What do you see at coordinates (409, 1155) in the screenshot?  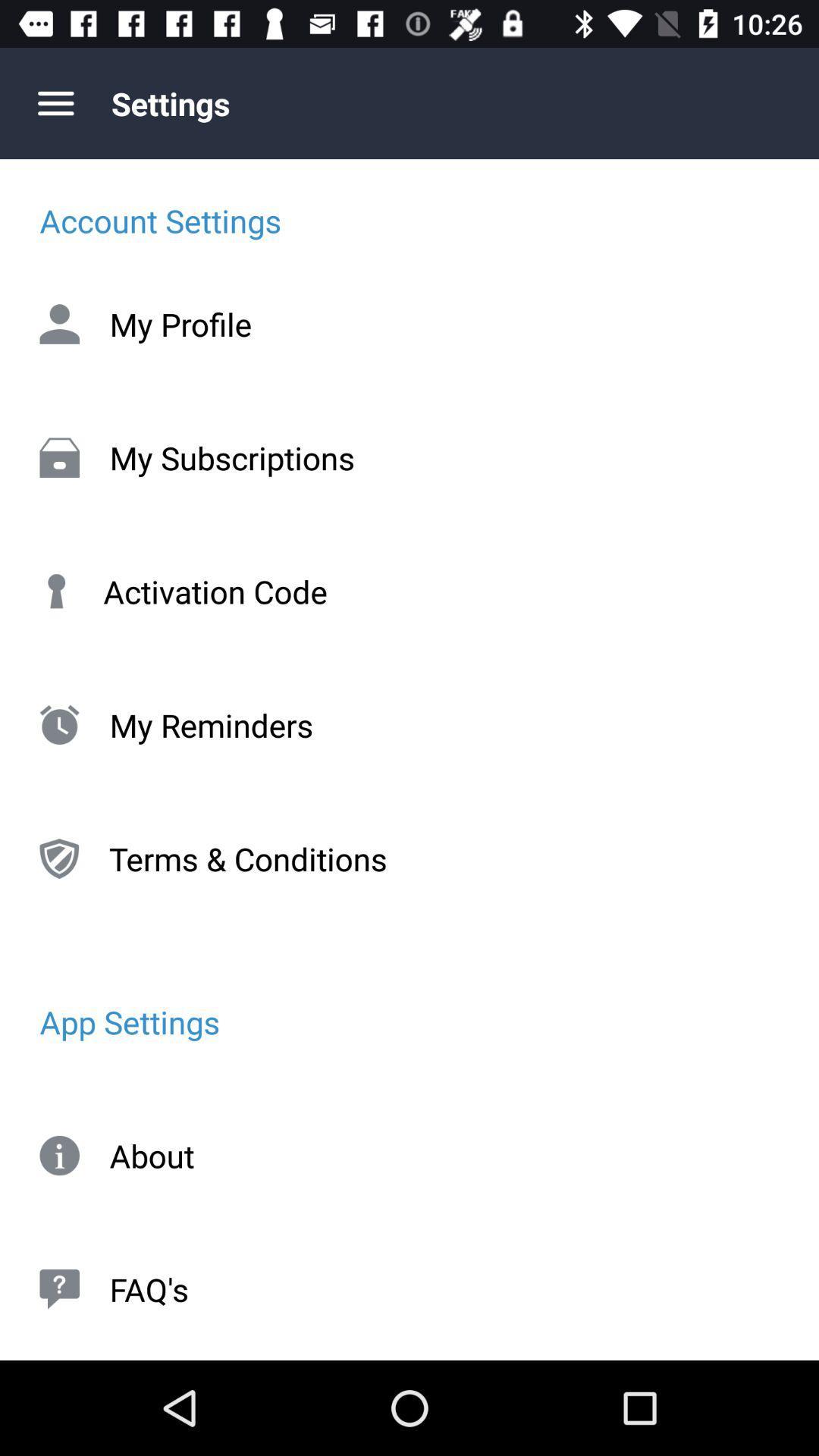 I see `the about` at bounding box center [409, 1155].